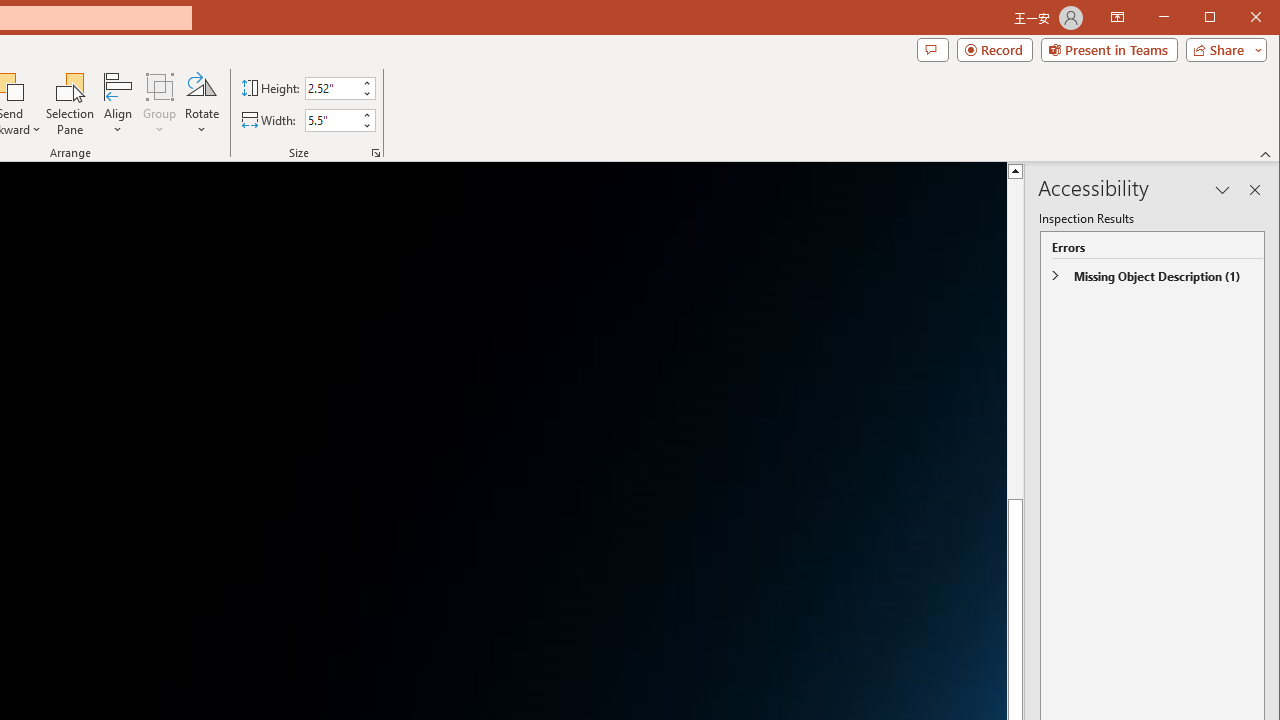 The image size is (1280, 720). What do you see at coordinates (70, 104) in the screenshot?
I see `'Selection Pane...'` at bounding box center [70, 104].